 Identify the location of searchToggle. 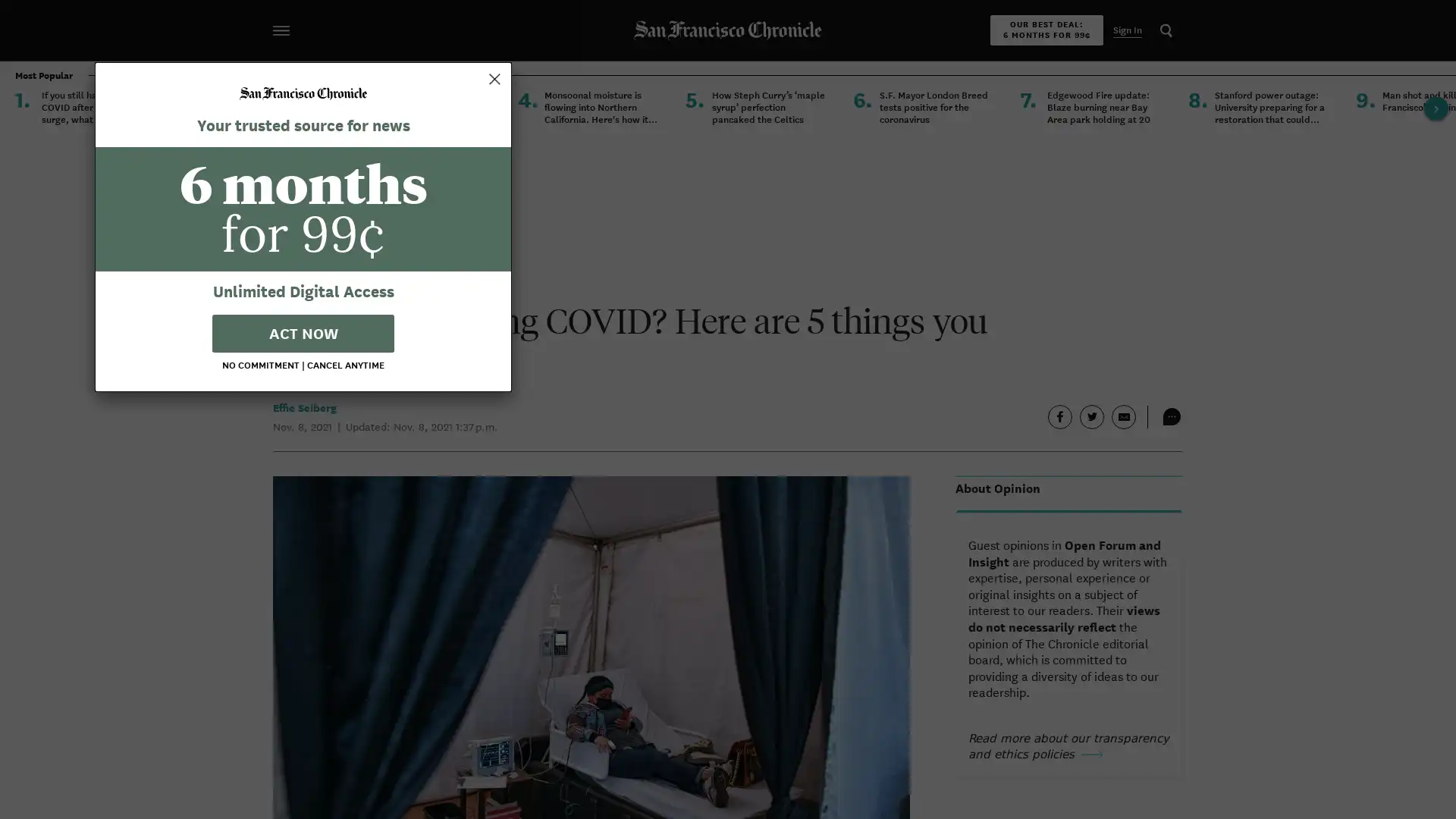
(1165, 30).